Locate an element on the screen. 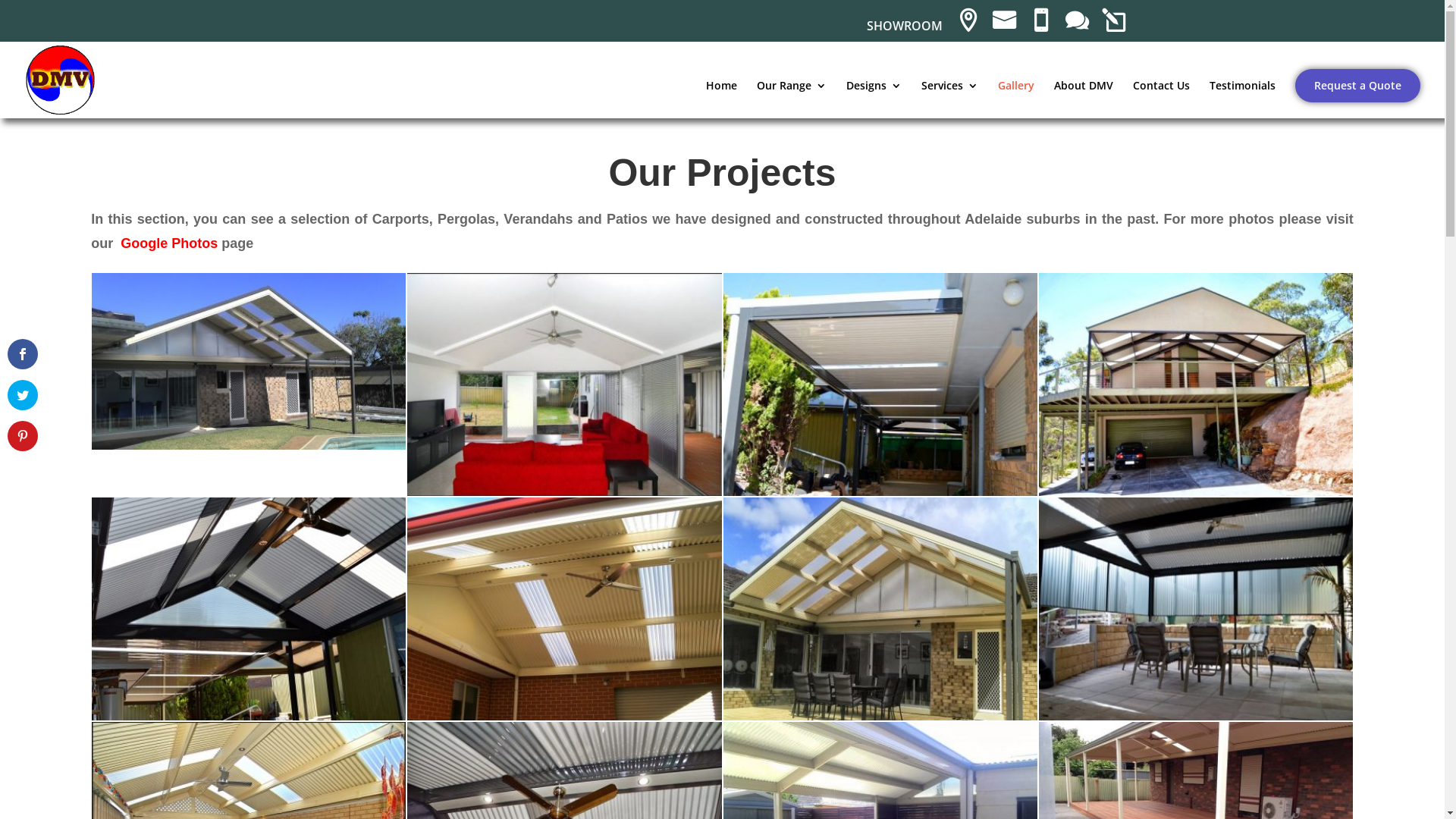 Image resolution: width=1456 pixels, height=819 pixels. 'SHOWROOM' is located at coordinates (903, 30).